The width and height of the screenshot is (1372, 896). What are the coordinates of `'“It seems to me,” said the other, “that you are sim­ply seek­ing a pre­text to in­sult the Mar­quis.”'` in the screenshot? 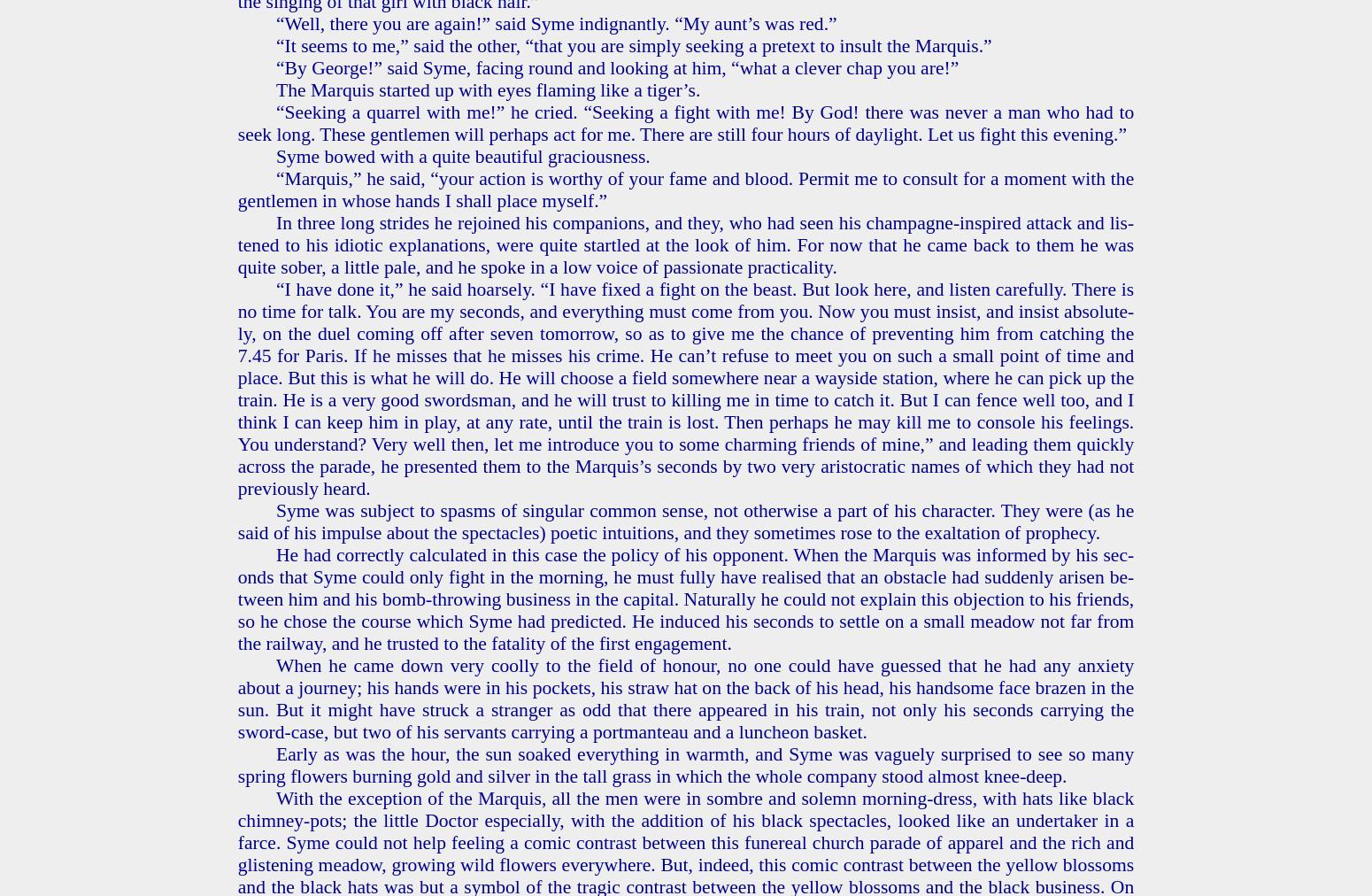 It's located at (633, 44).